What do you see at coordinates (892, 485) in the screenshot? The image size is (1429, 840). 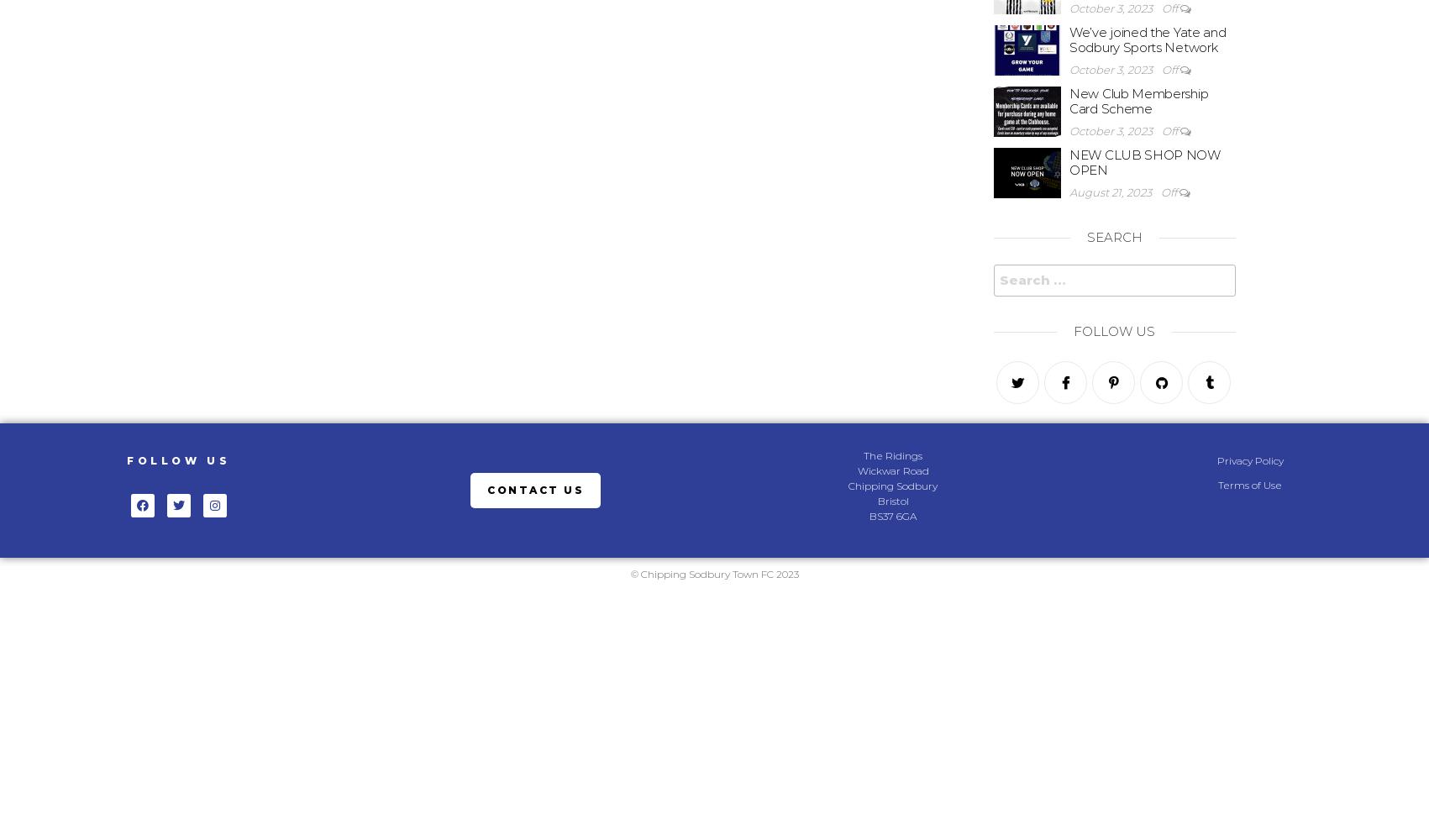 I see `'Chipping Sodbury'` at bounding box center [892, 485].